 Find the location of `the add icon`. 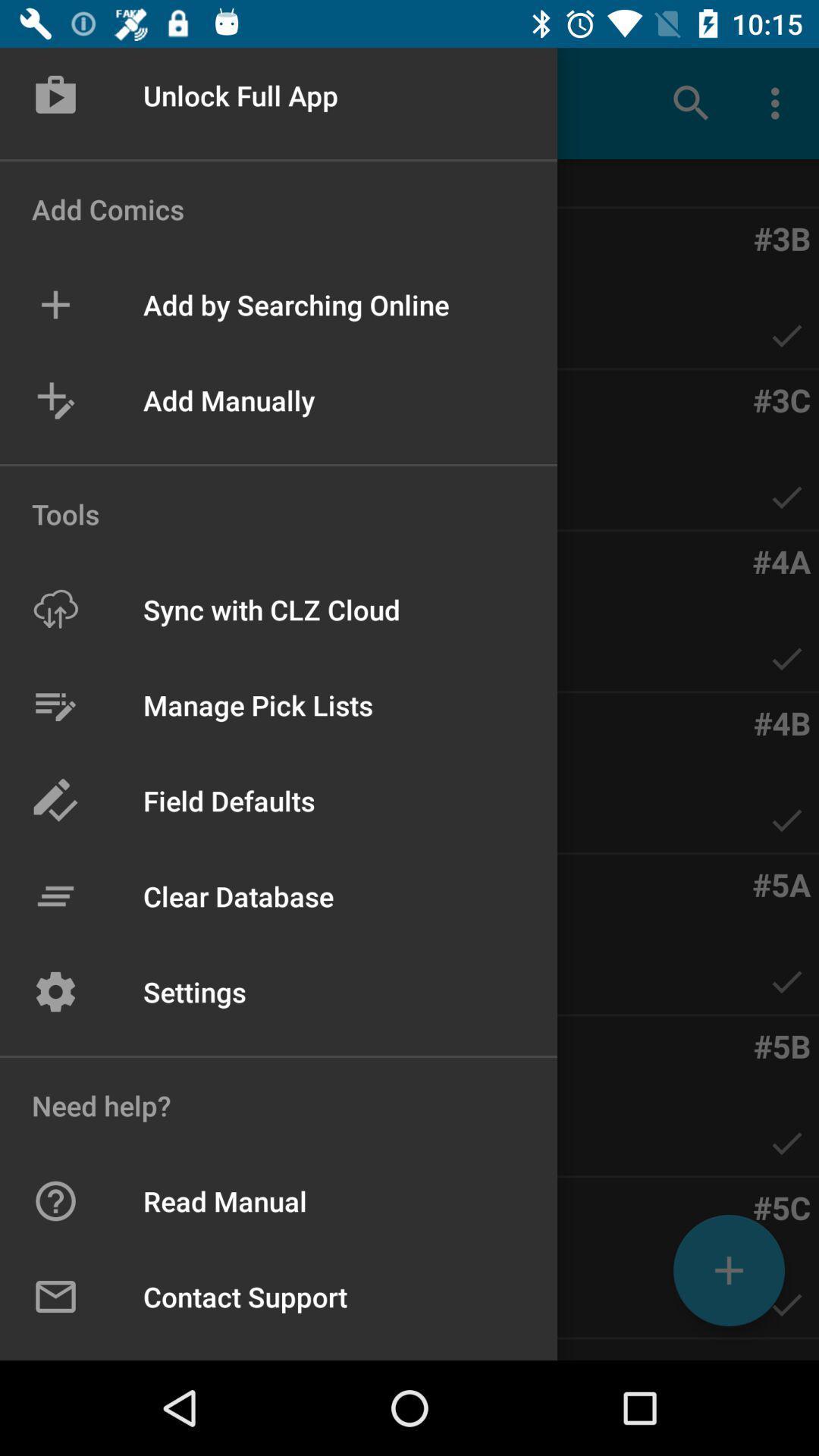

the add icon is located at coordinates (728, 1270).